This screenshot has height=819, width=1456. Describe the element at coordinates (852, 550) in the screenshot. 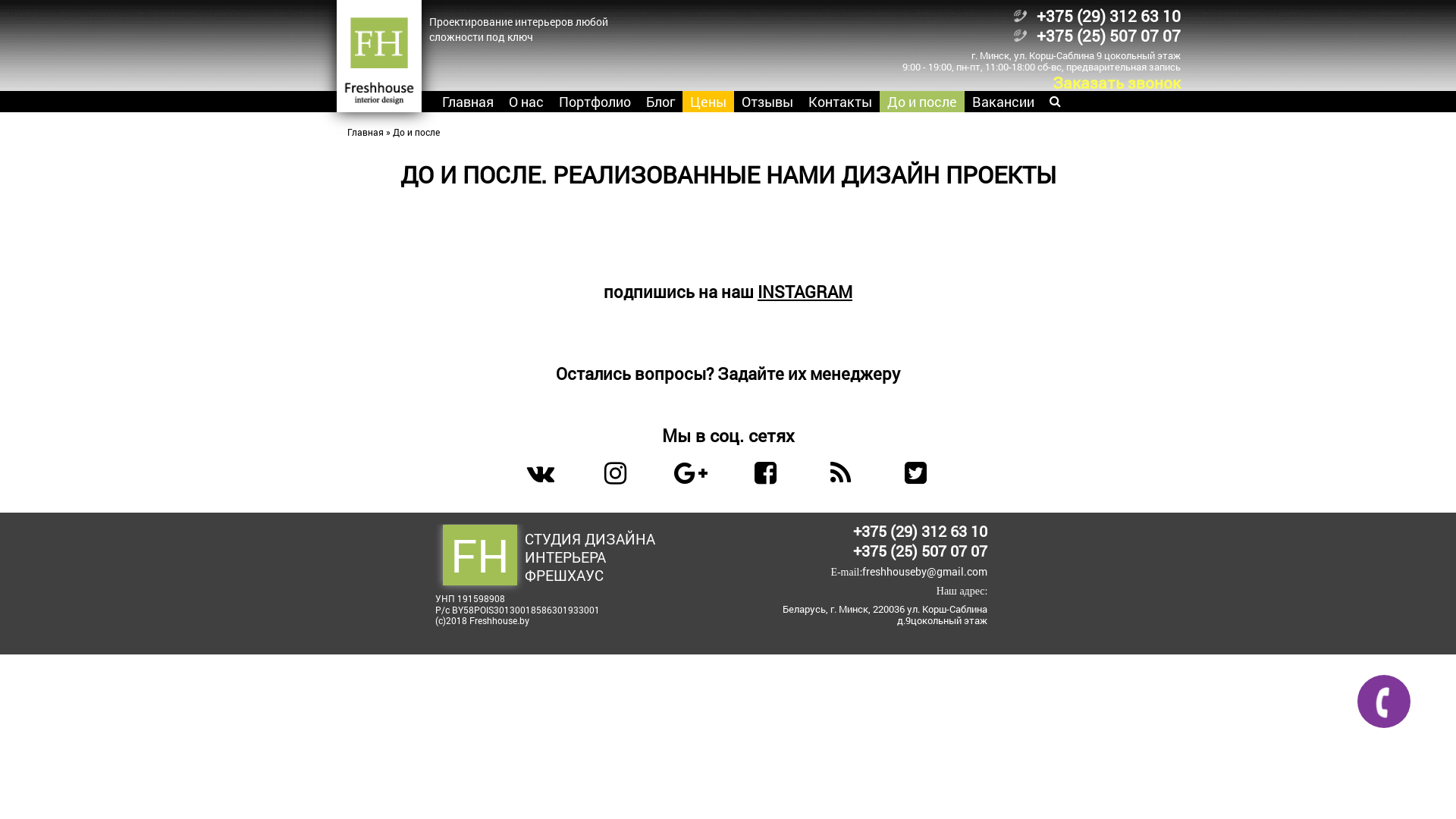

I see `'+375 (25) 507 07 07'` at that location.